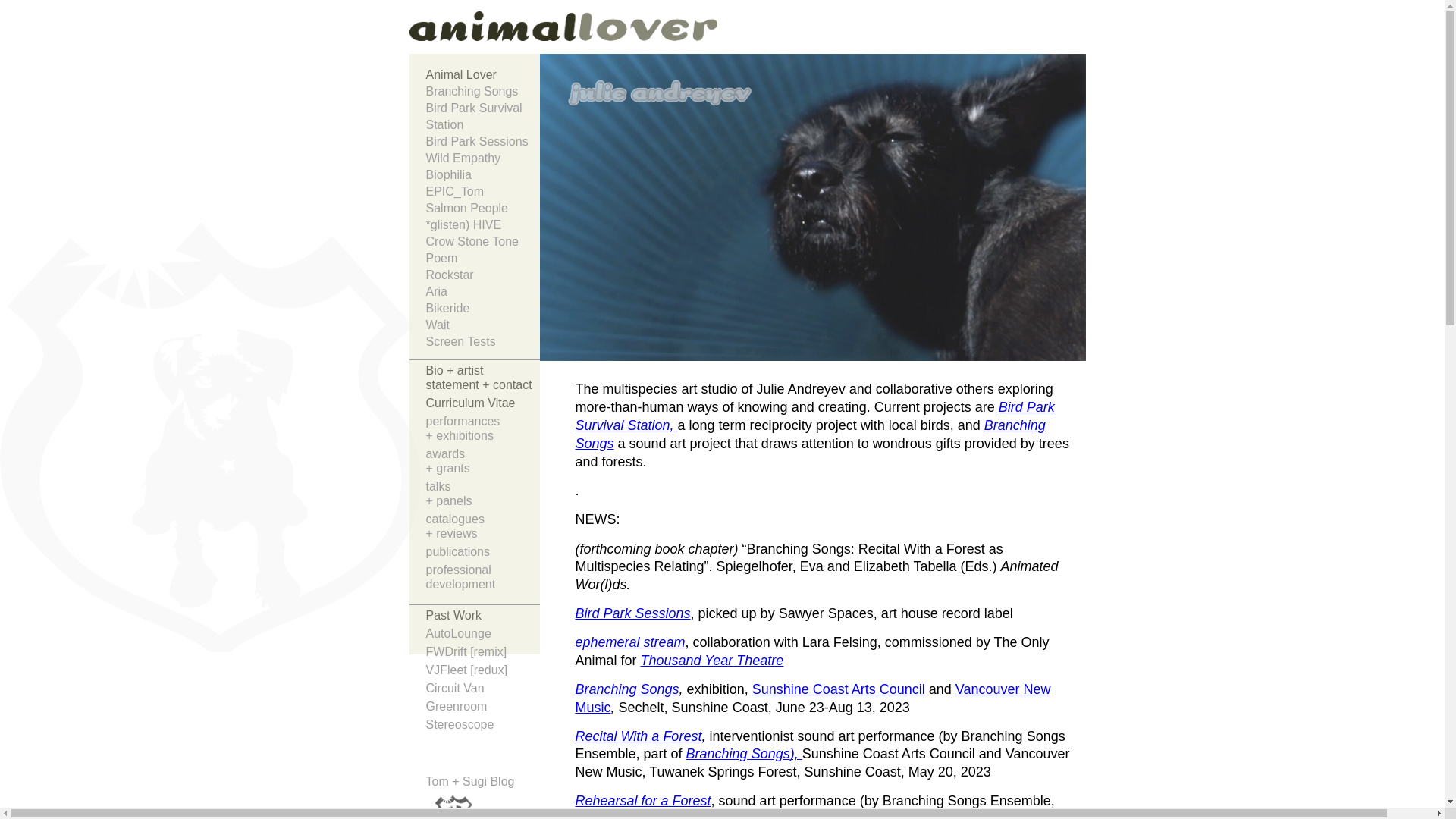 The image size is (1456, 819). I want to click on 'Curriculum Vitae', so click(482, 403).